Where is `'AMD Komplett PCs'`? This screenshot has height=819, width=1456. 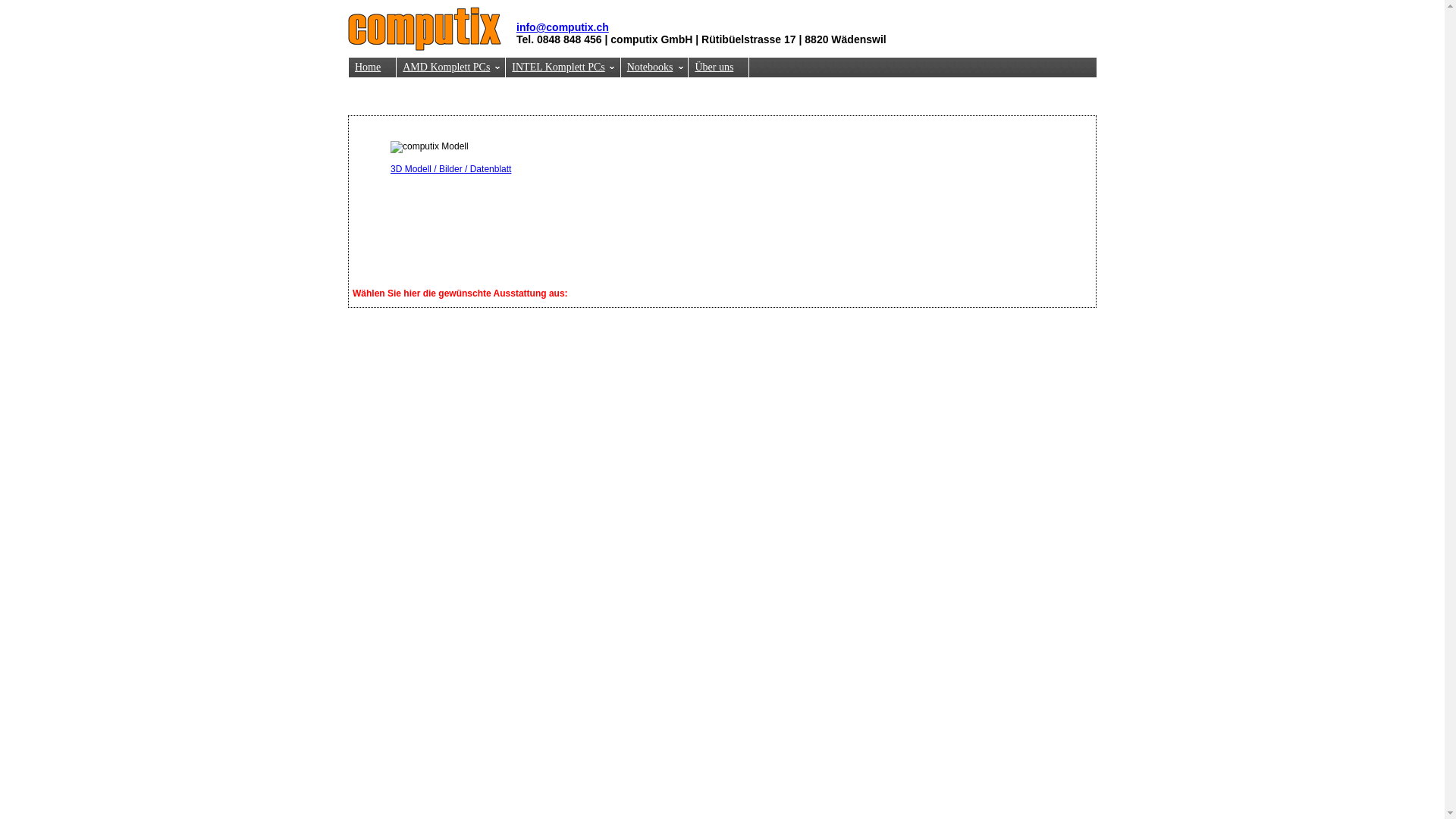 'AMD Komplett PCs' is located at coordinates (397, 66).